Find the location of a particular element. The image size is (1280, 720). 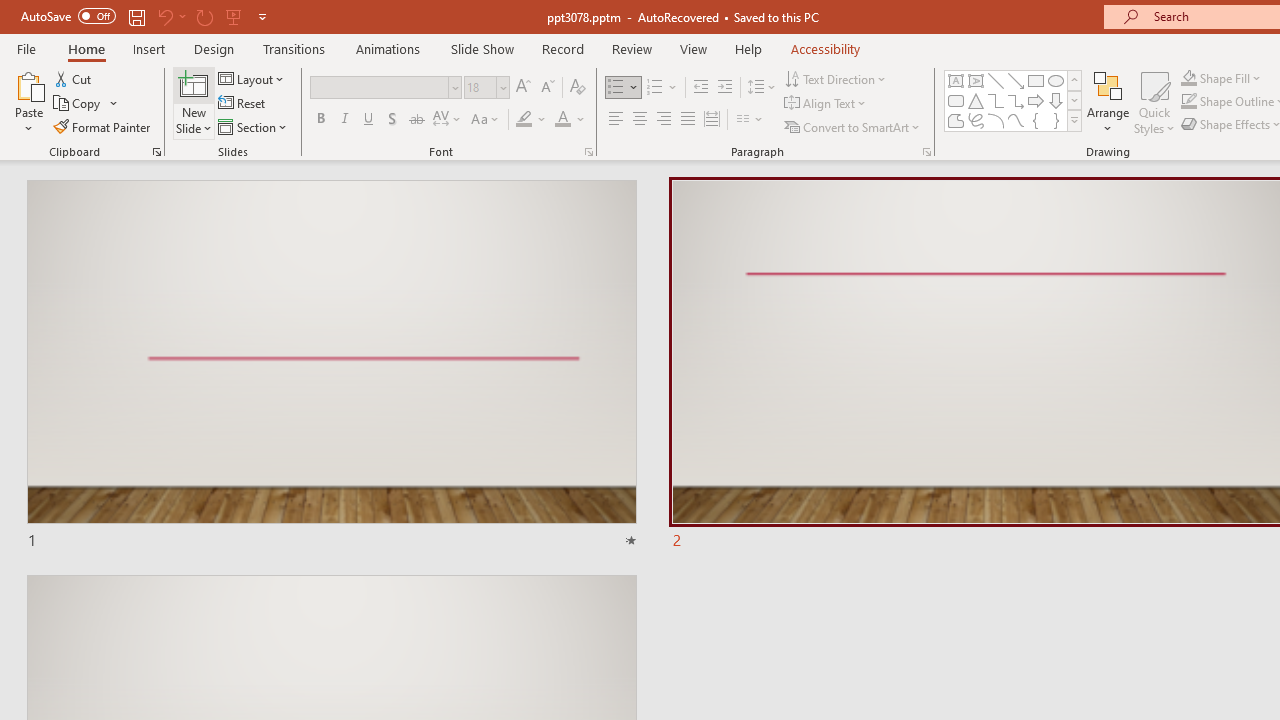

'Section' is located at coordinates (253, 127).